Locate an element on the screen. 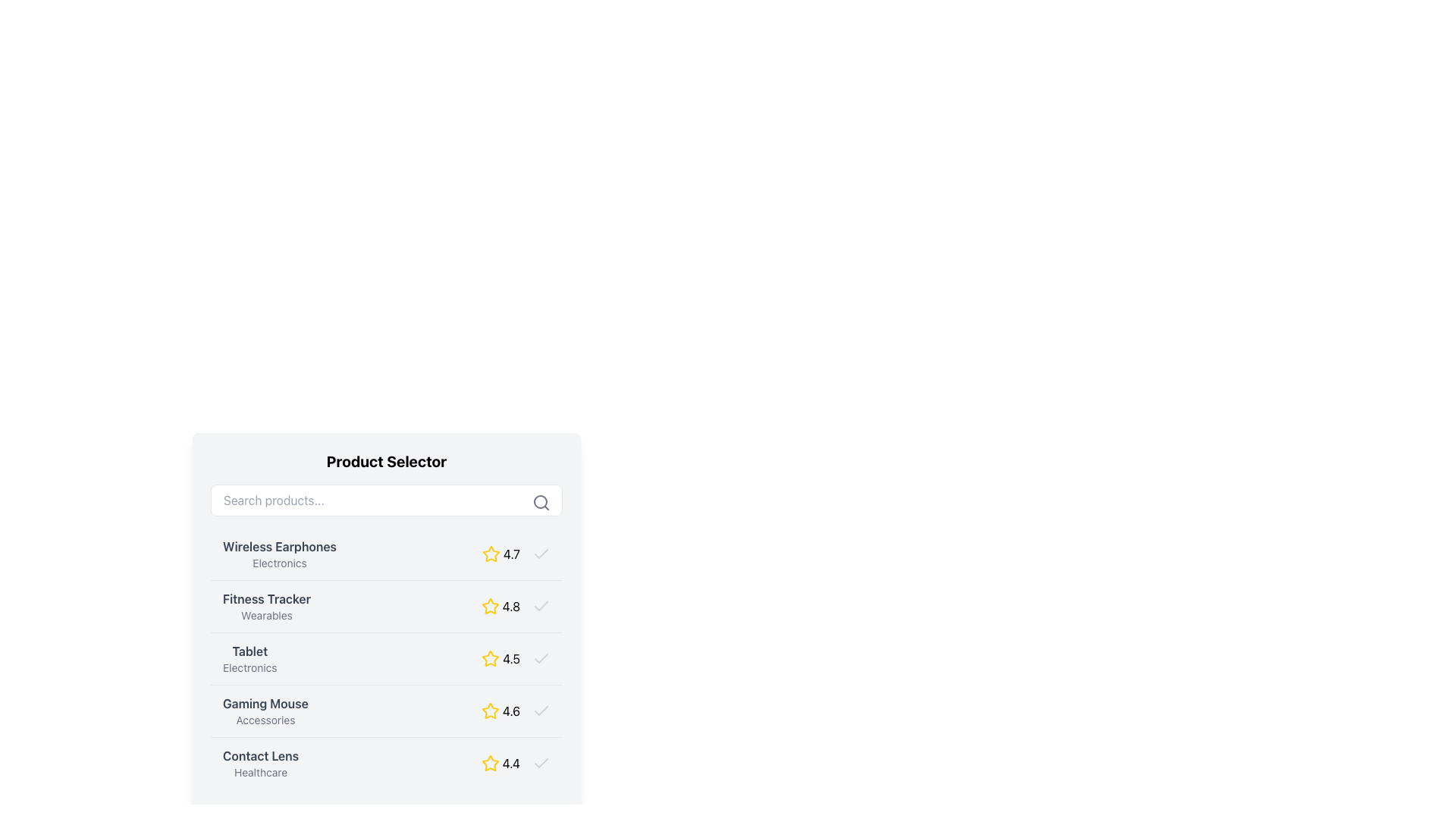  the 'Fitness Tracker' list item is located at coordinates (386, 620).